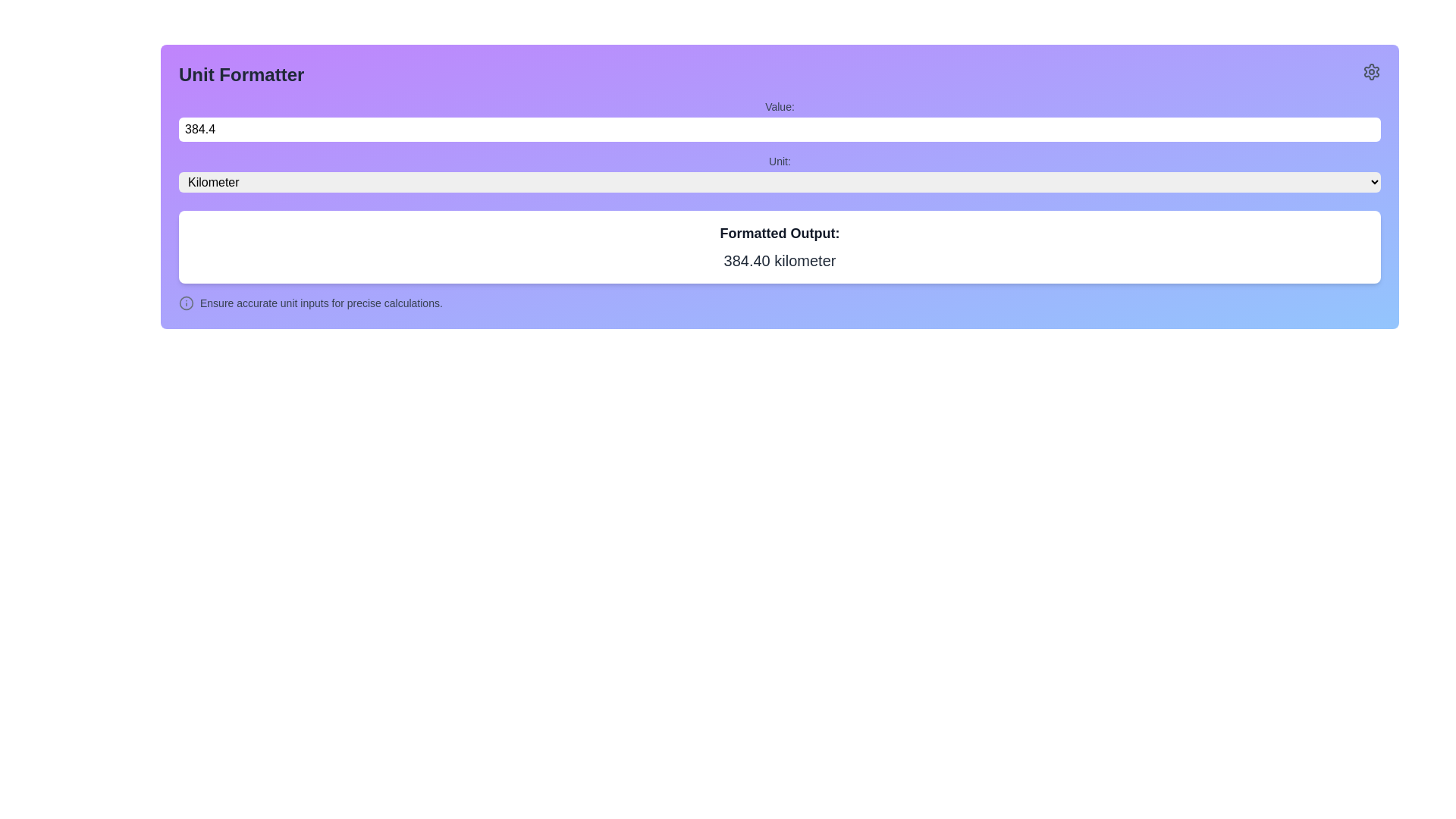 The height and width of the screenshot is (819, 1456). What do you see at coordinates (780, 106) in the screenshot?
I see `the text label that serves as a description for the adjacent number input field, located directly above it and aligned to the leftmost boundary of the interface` at bounding box center [780, 106].